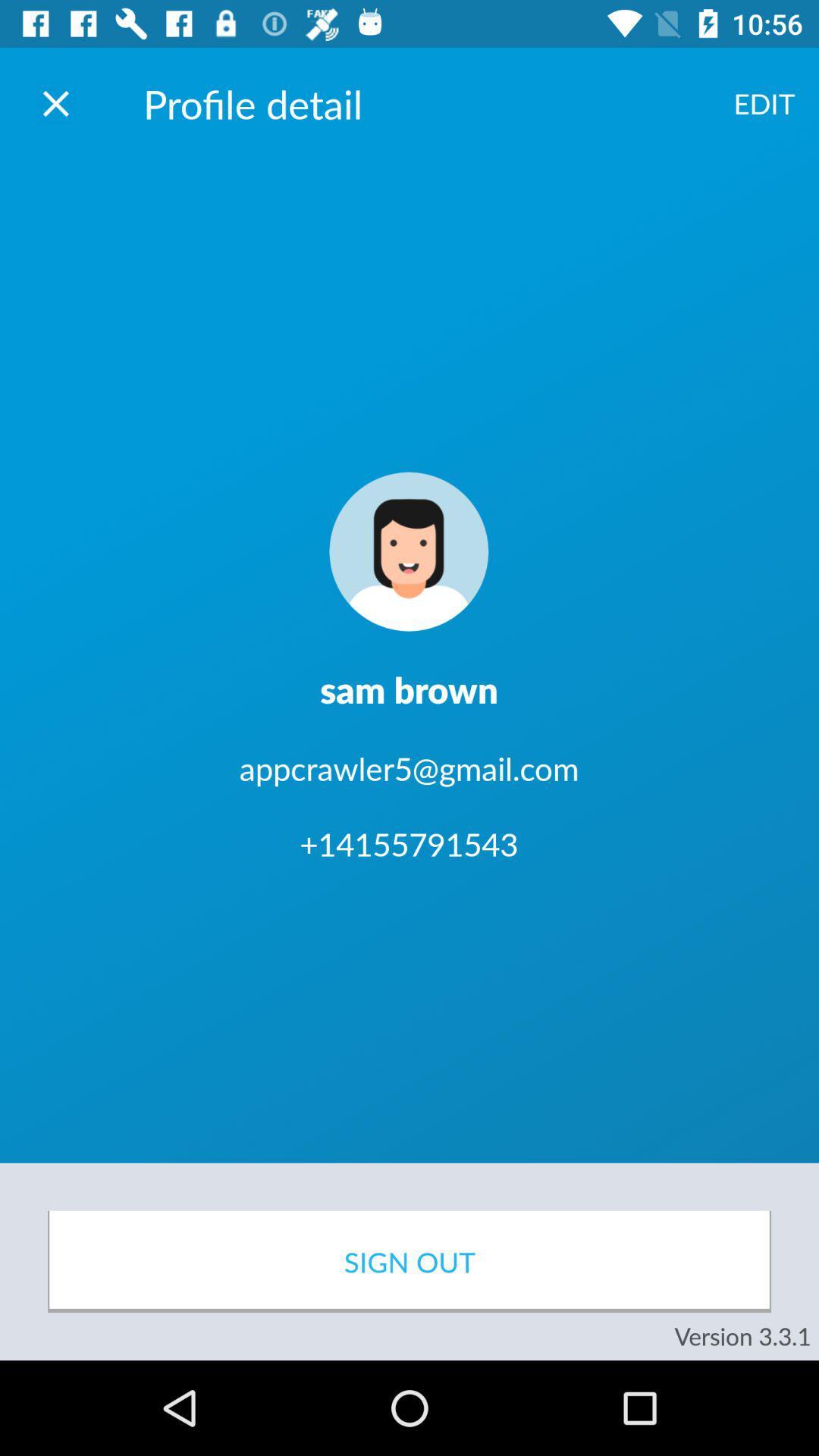 This screenshot has width=819, height=1456. What do you see at coordinates (55, 102) in the screenshot?
I see `screen` at bounding box center [55, 102].